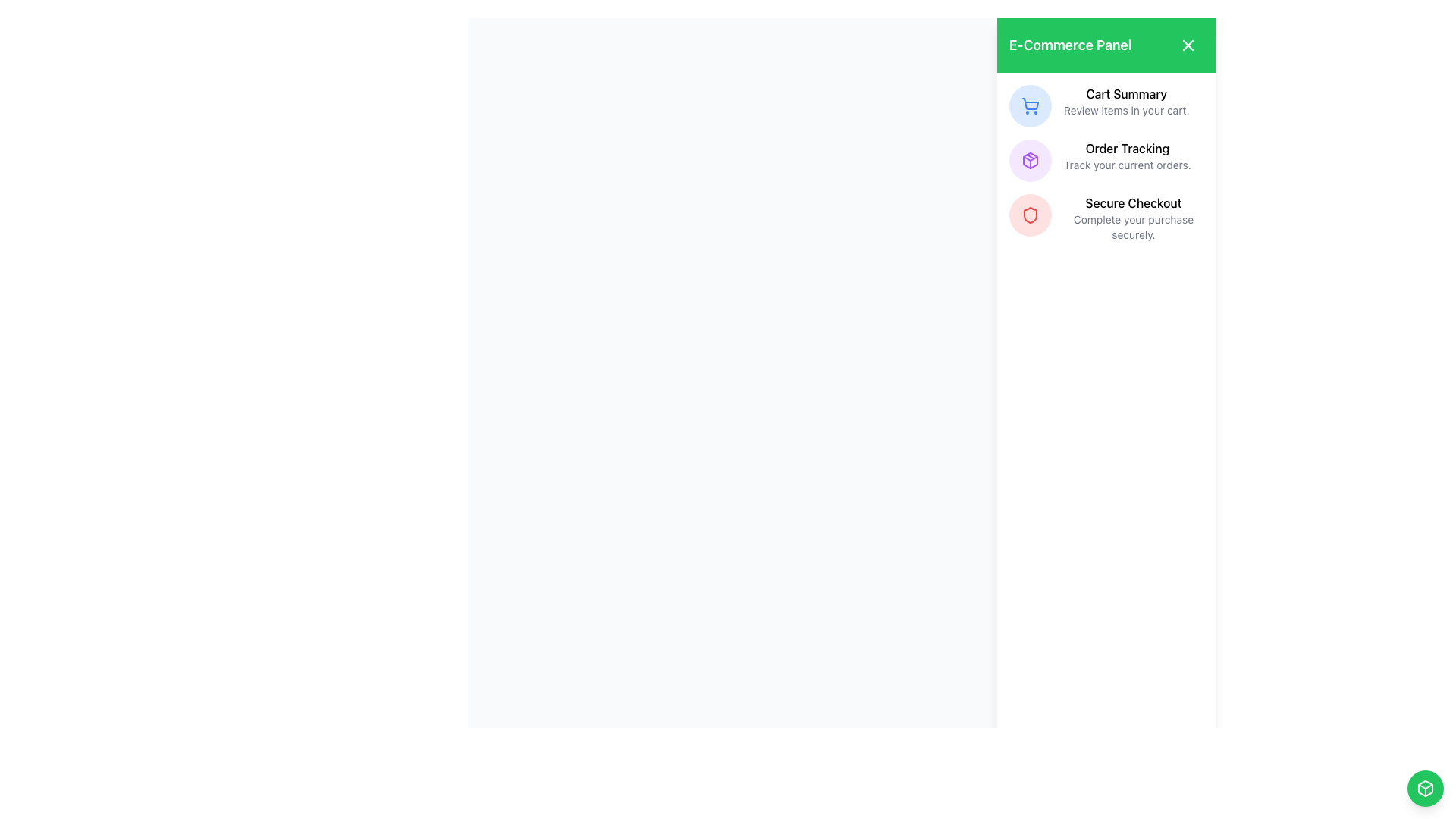  Describe the element at coordinates (1069, 45) in the screenshot. I see `title displayed in the Text Header that shows 'E-Commerce Panel' in a bold white font within a green header bar on the right side of the interface` at that location.